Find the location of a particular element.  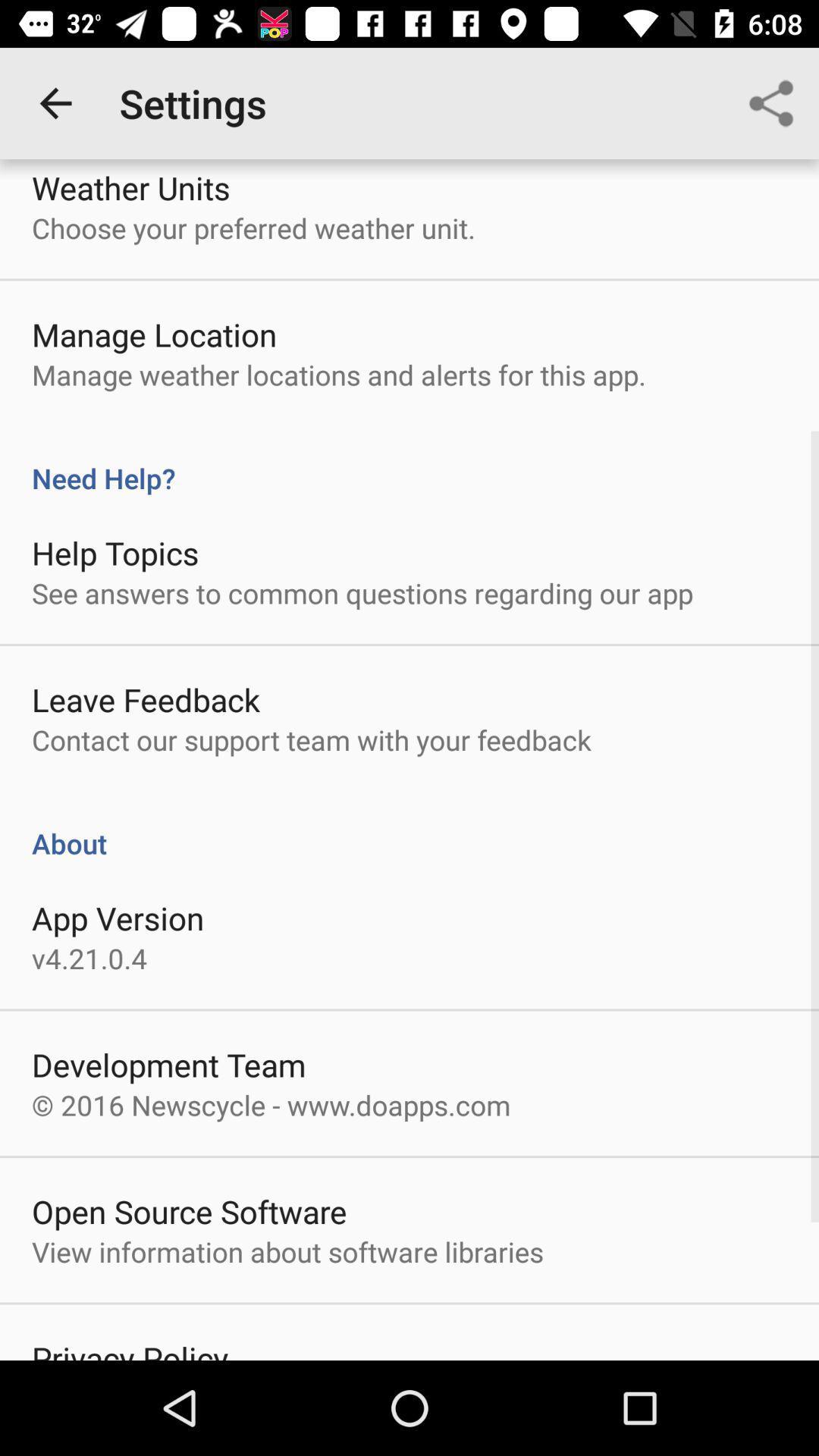

see answers to is located at coordinates (362, 592).